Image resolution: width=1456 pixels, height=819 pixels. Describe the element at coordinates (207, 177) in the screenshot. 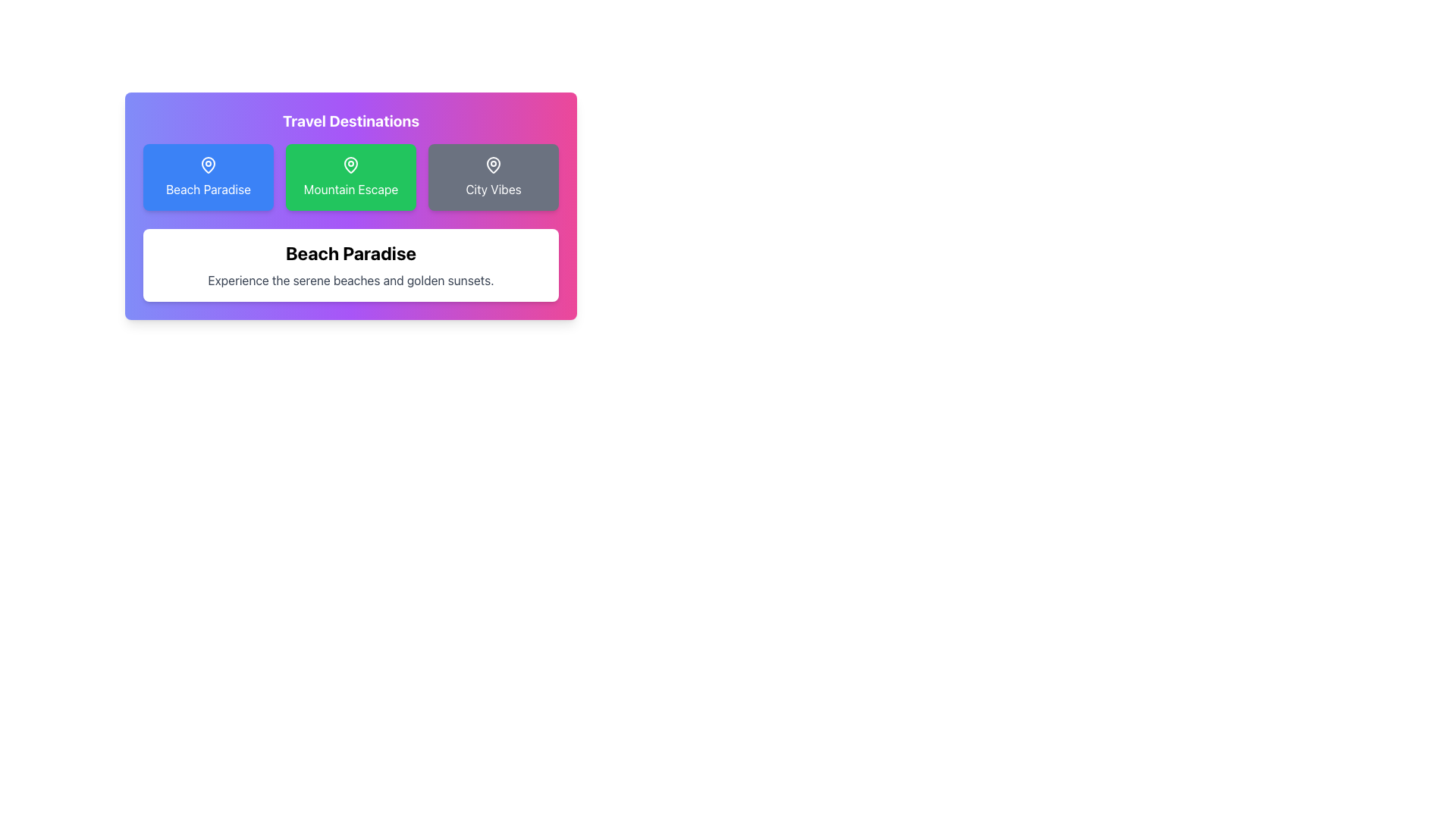

I see `the 'Beach Paradise' button located in the top-left quadrant of the interface to visualize the tooltip or animation` at that location.